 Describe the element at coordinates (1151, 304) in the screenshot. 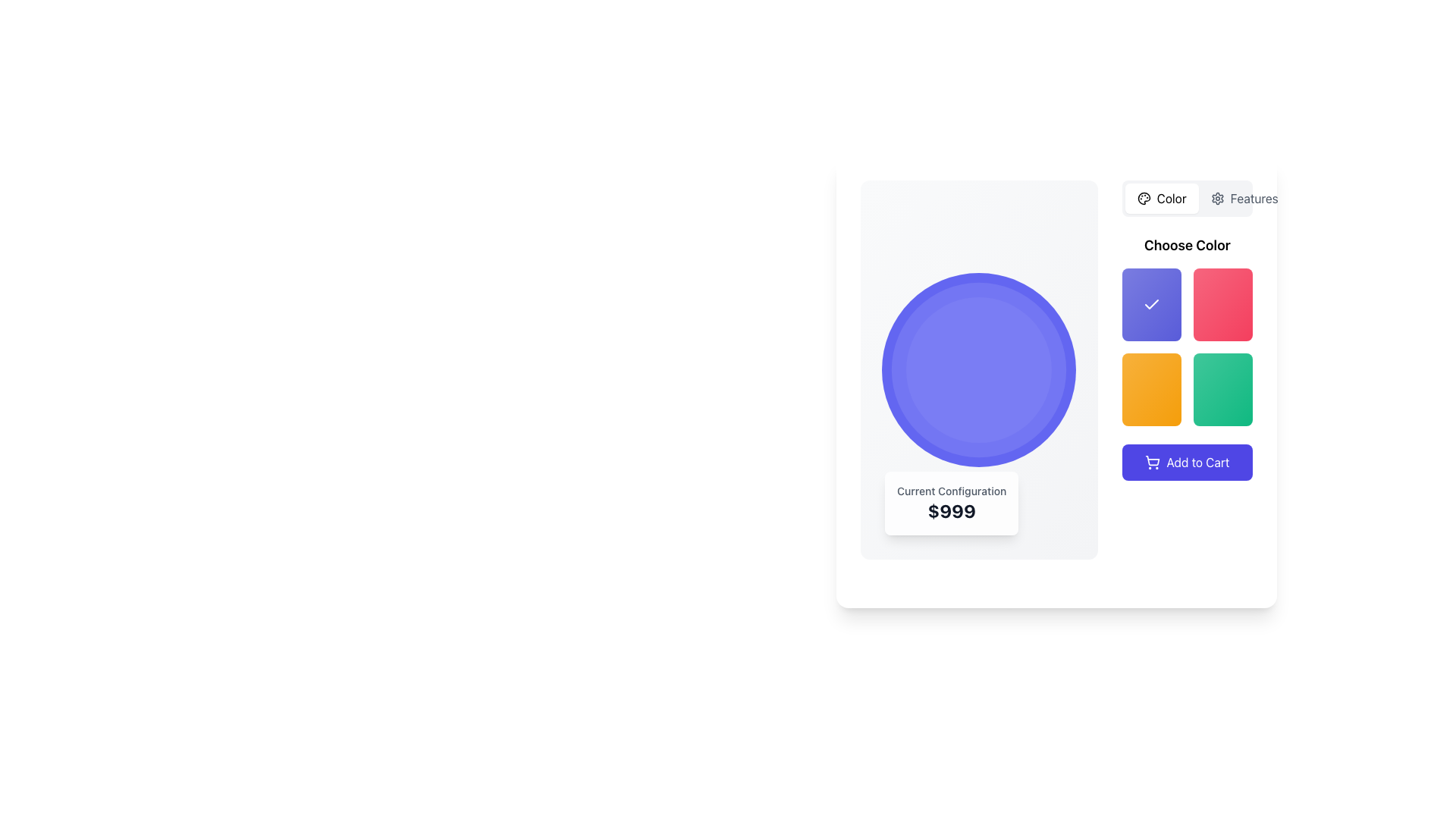

I see `the indigo color selection button located in the top-left corner of the grid layout` at that location.